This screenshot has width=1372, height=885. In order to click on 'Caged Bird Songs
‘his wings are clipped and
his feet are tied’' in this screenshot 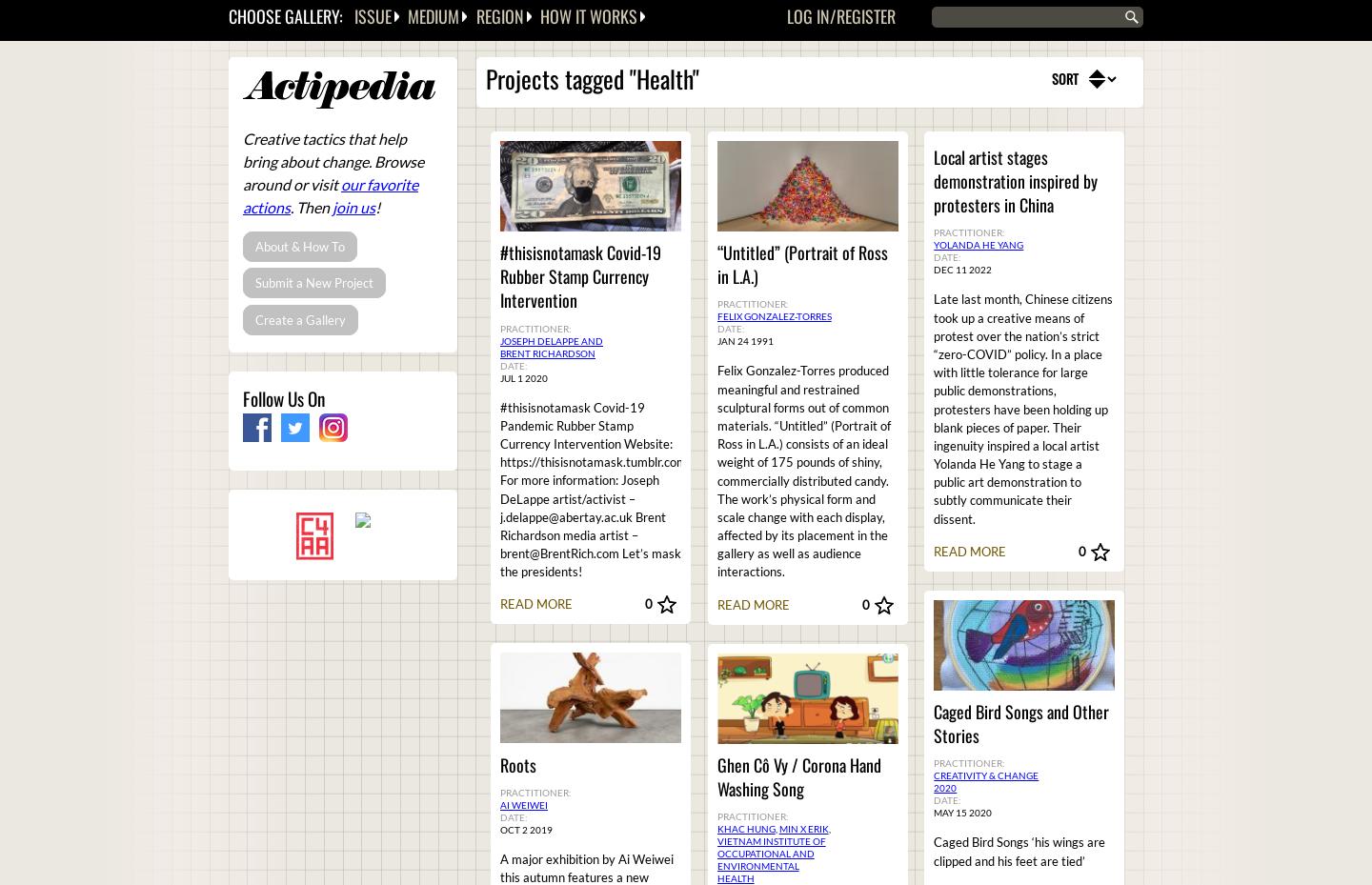, I will do `click(1019, 851)`.